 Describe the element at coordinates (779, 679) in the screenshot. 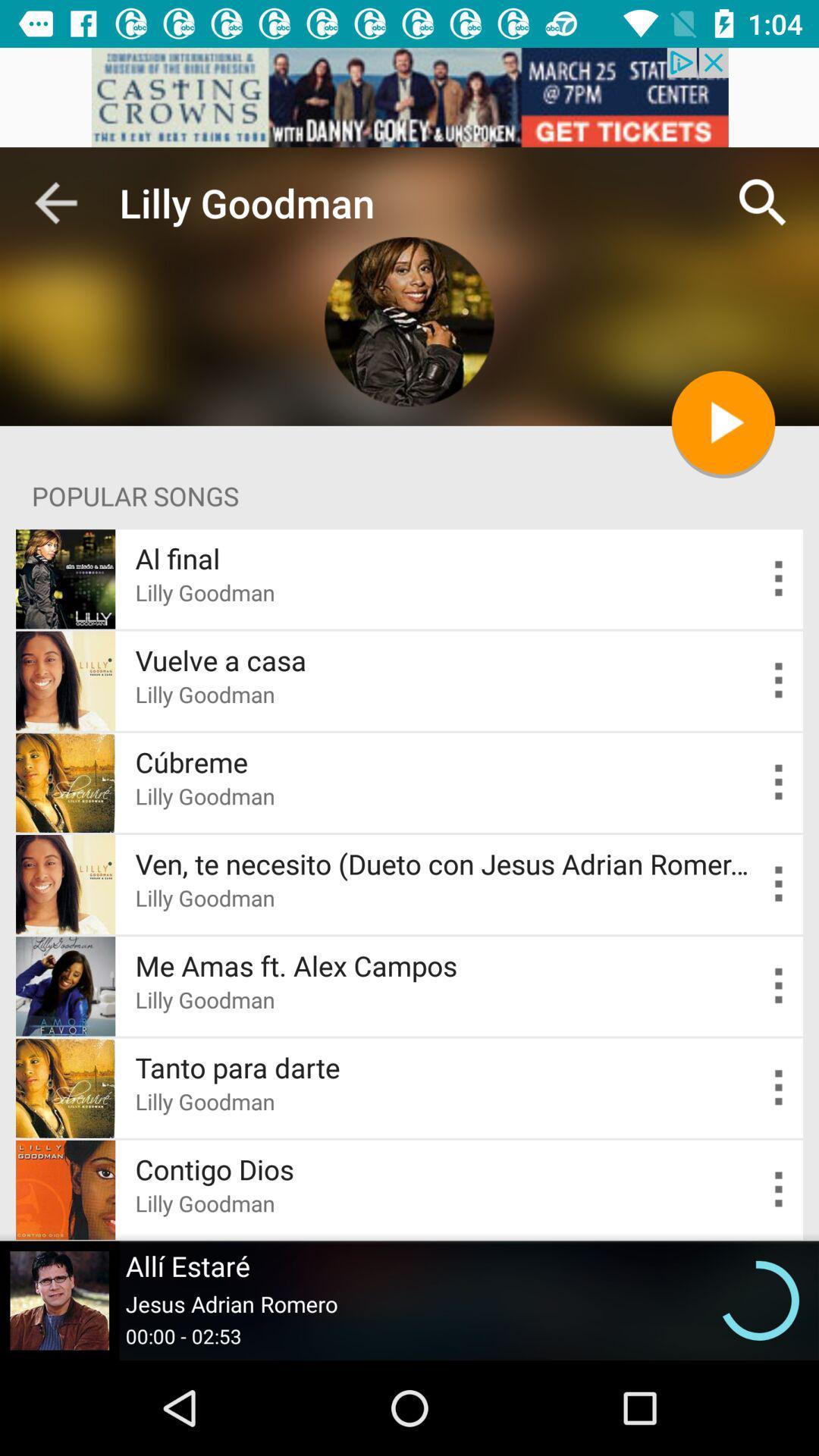

I see `the more icon` at that location.